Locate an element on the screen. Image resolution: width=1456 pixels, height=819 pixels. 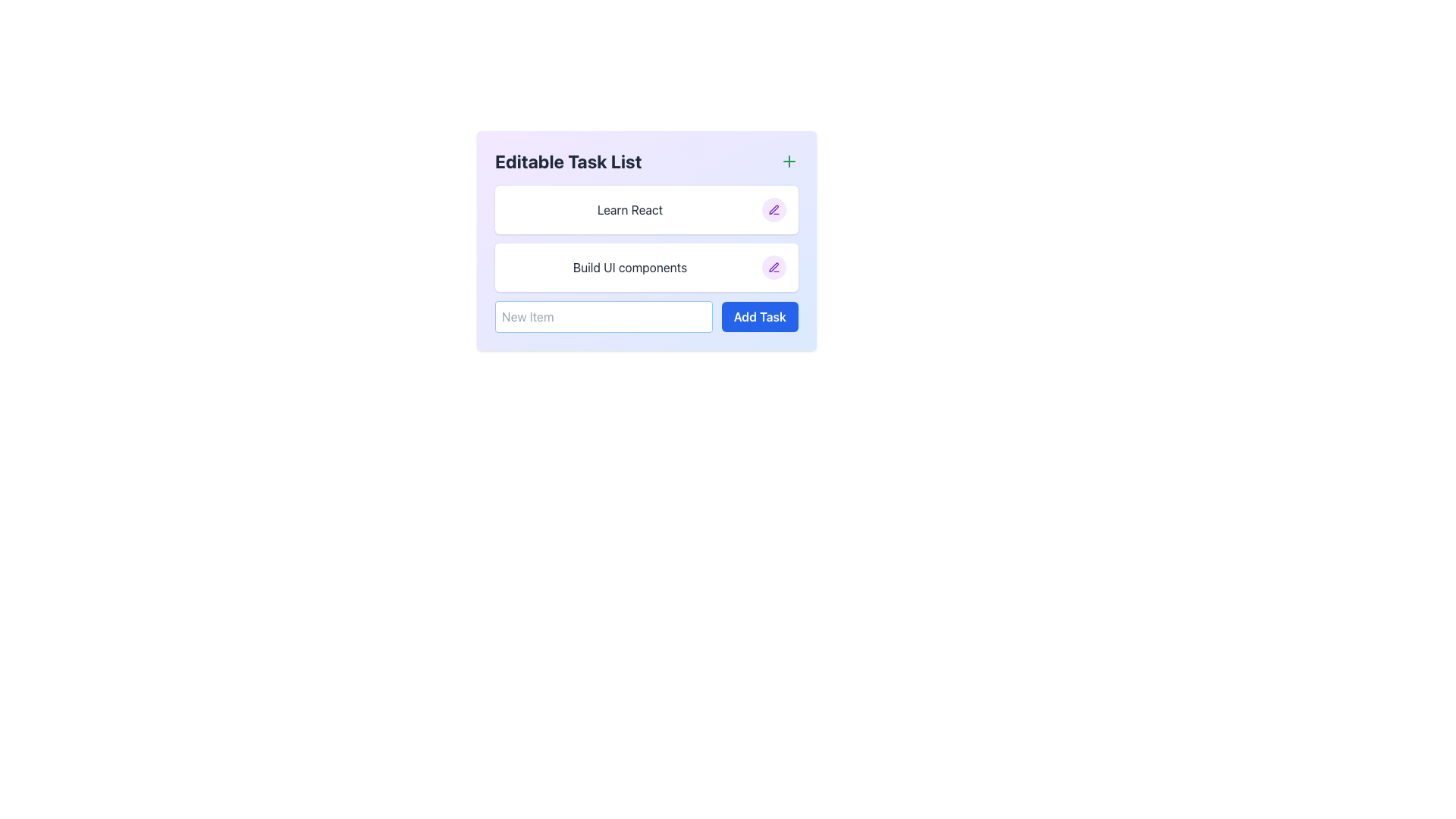
the distinct green plus icon located at the top-right corner of the 'Editable Task List' header is located at coordinates (789, 161).